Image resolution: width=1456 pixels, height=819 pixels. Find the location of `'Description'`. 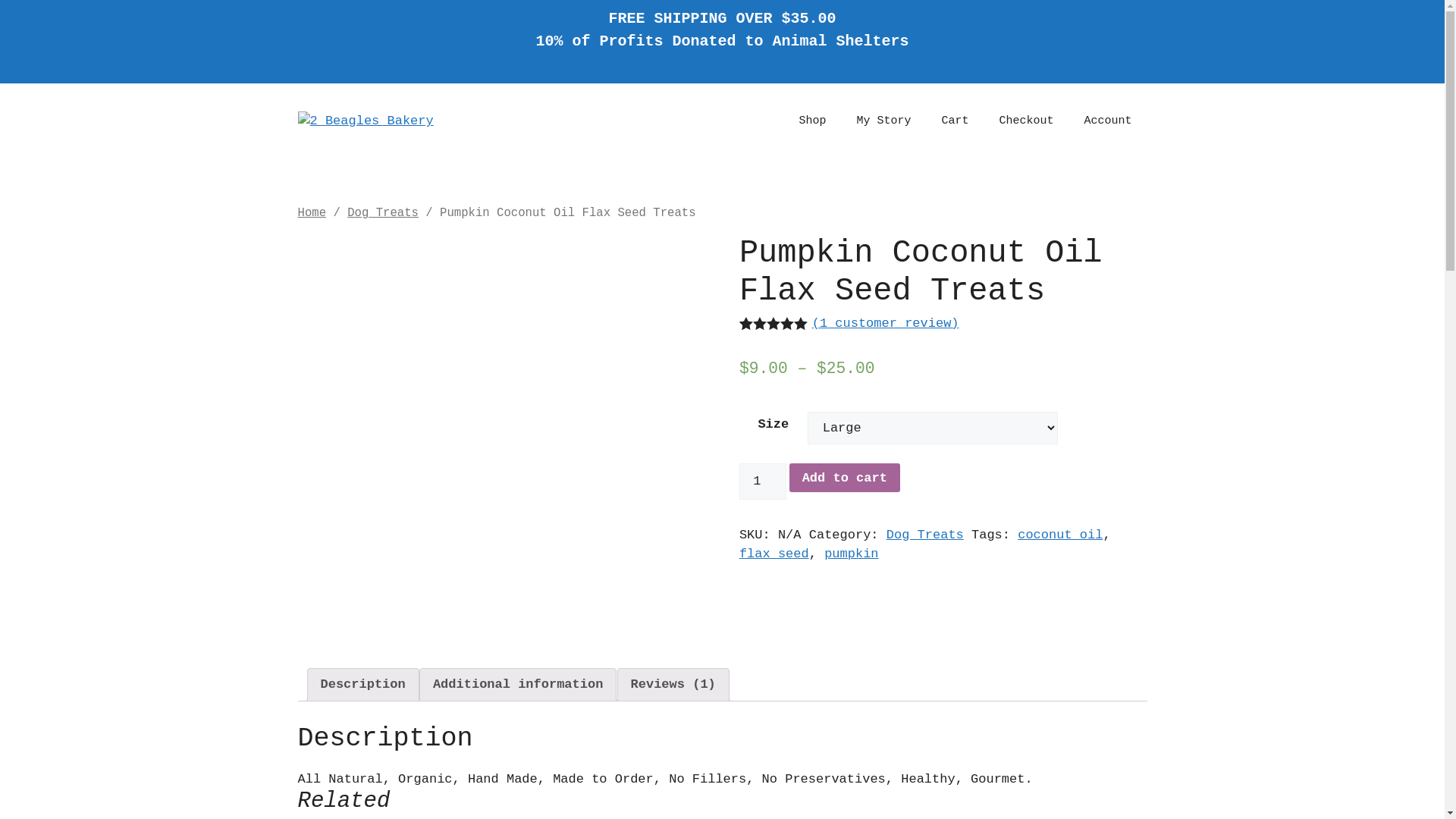

'Description' is located at coordinates (362, 685).